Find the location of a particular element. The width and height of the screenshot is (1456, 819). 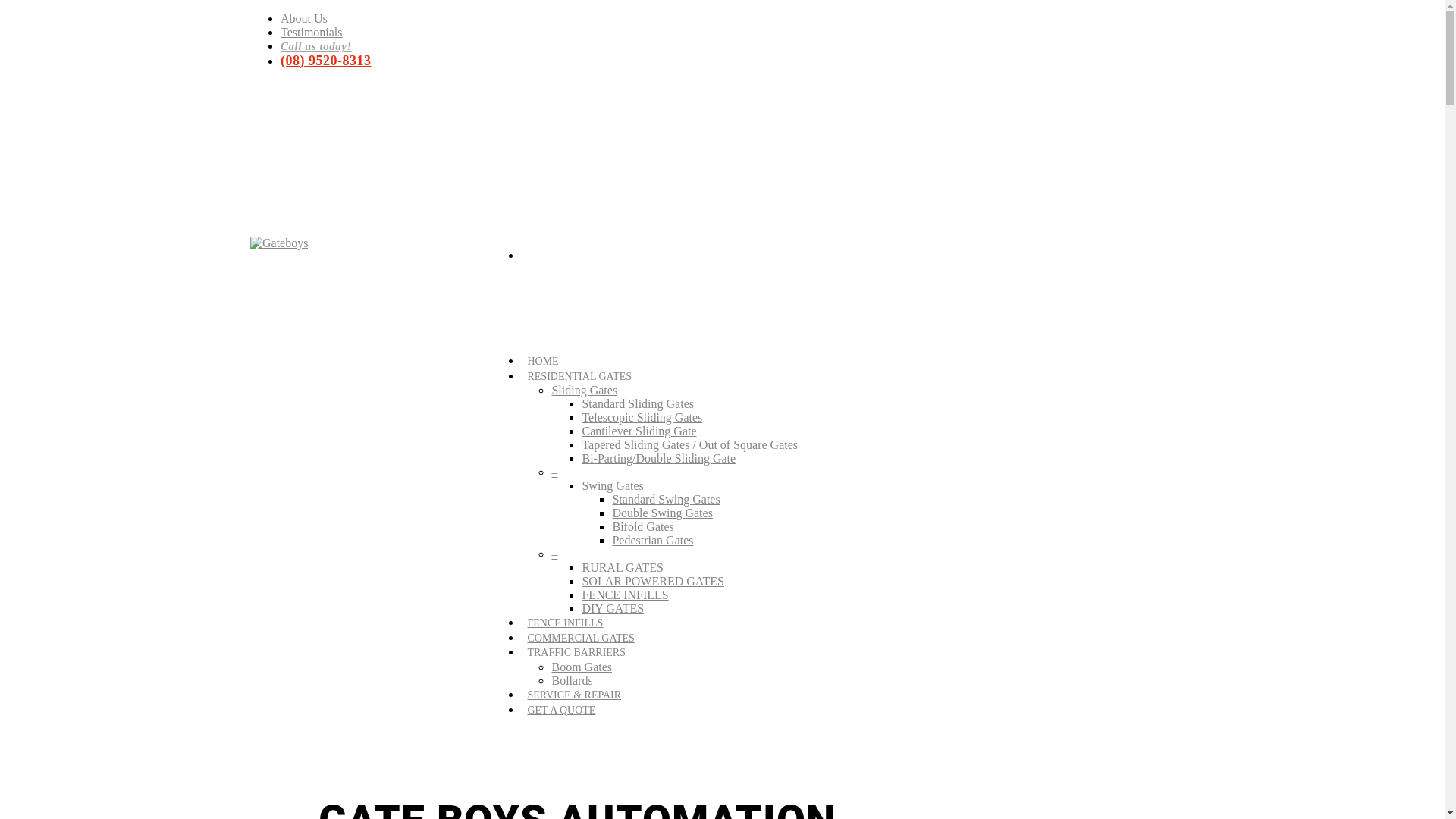

'GET A QUOTE' is located at coordinates (560, 714).